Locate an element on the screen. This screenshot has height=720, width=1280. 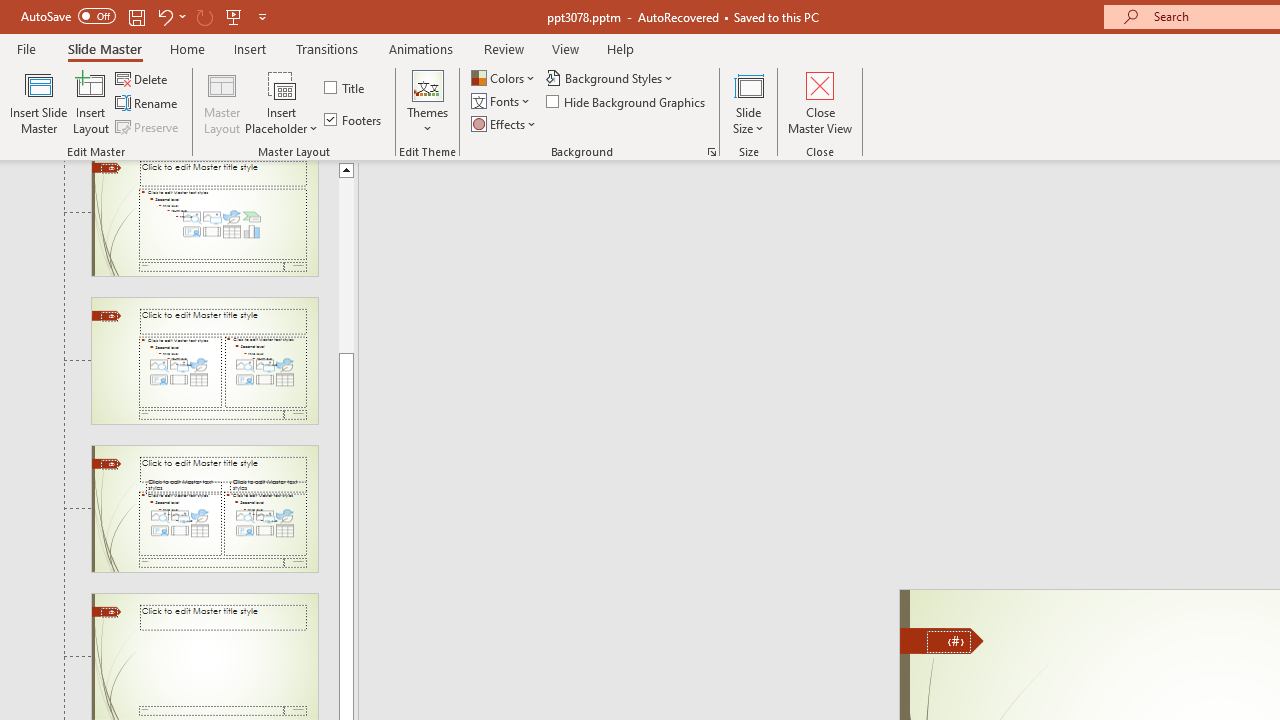
'Freeform 11' is located at coordinates (941, 640).